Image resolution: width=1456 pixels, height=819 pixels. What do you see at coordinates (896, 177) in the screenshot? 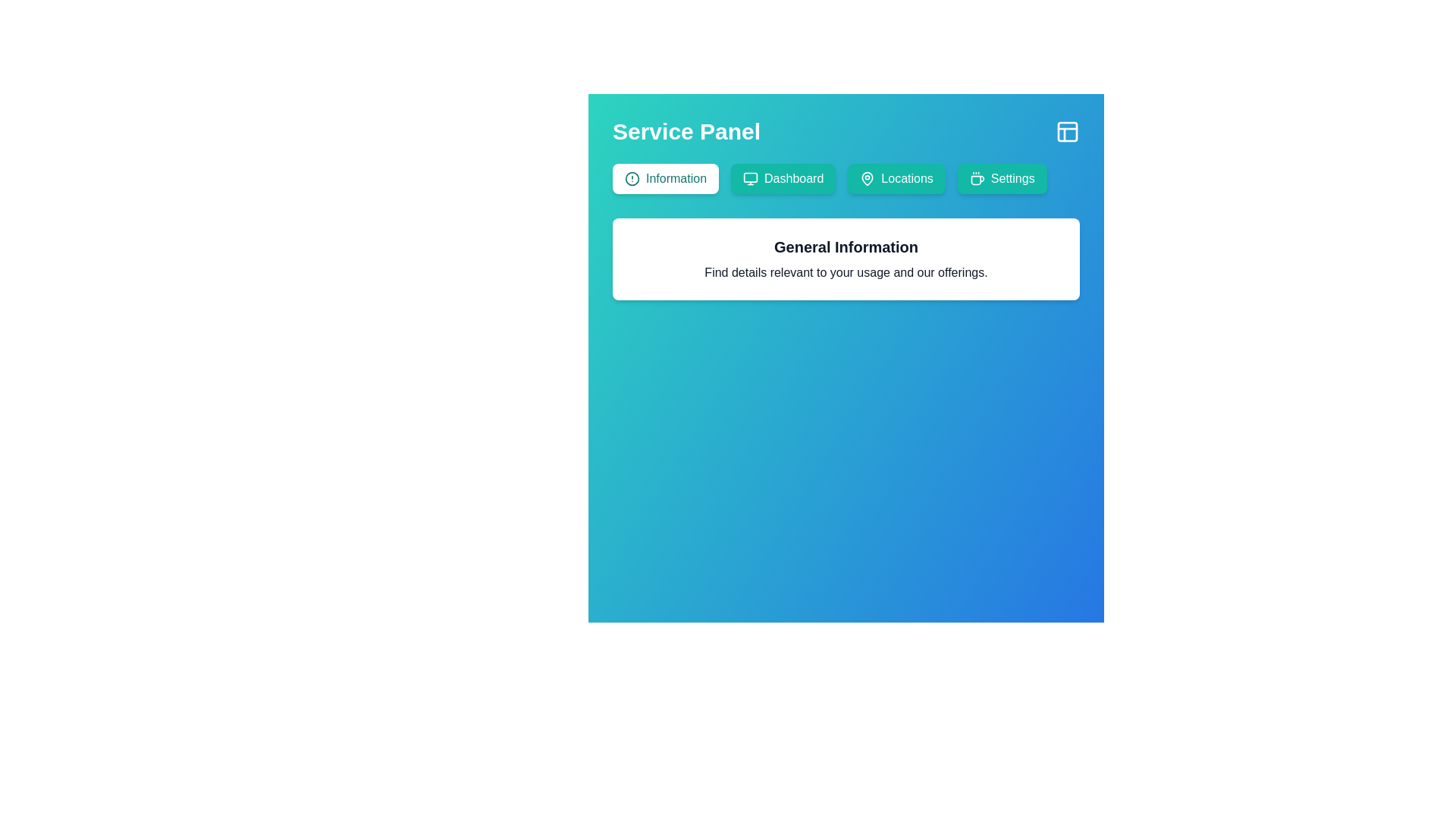
I see `the 'Locations' button, which is a rectangular button with a teal background, white text, and a map pin icon` at bounding box center [896, 177].